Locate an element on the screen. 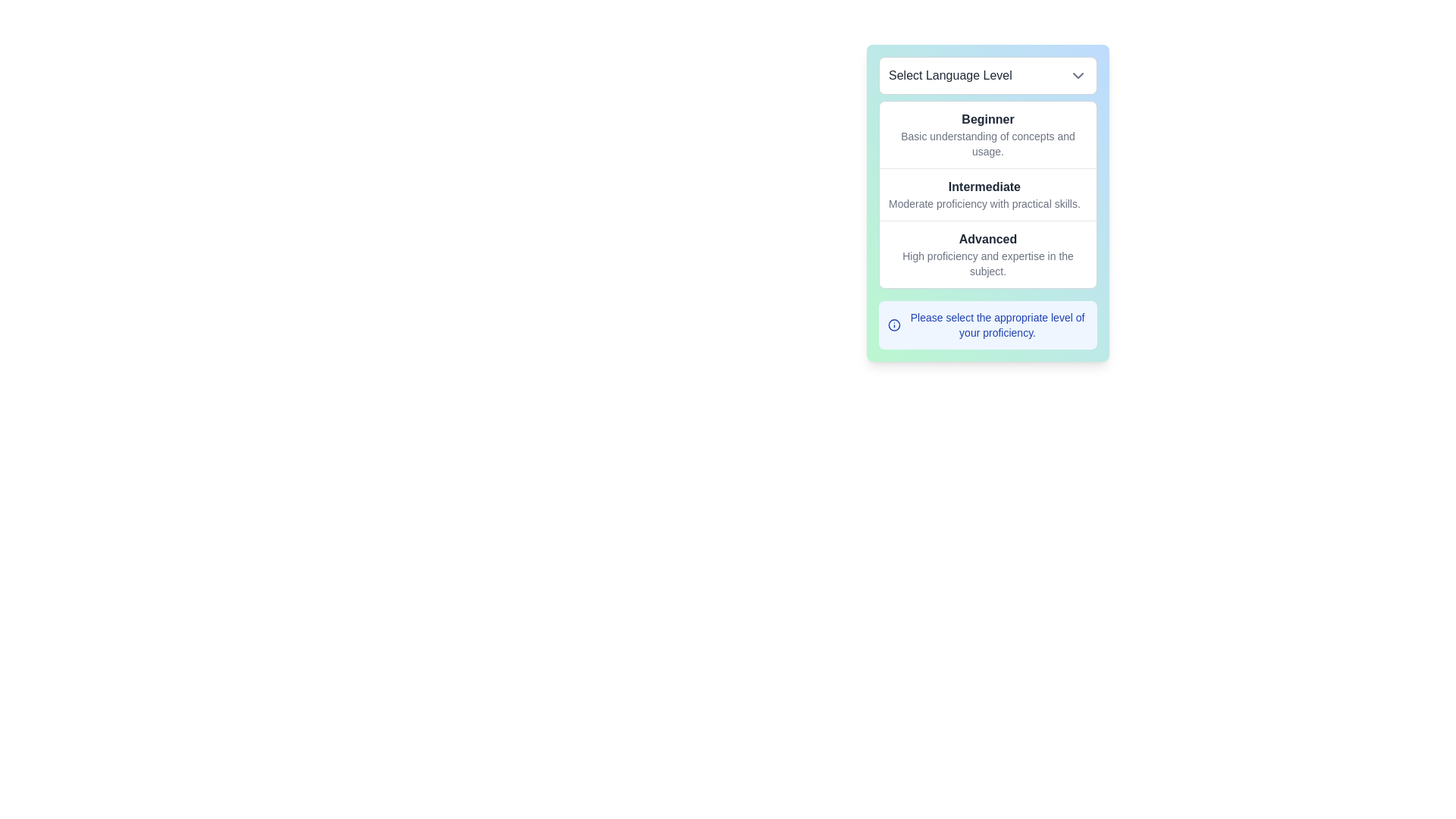 Image resolution: width=1456 pixels, height=819 pixels. the 'Advanced' list item option, which is the third option in the language proficiency levels list is located at coordinates (987, 253).